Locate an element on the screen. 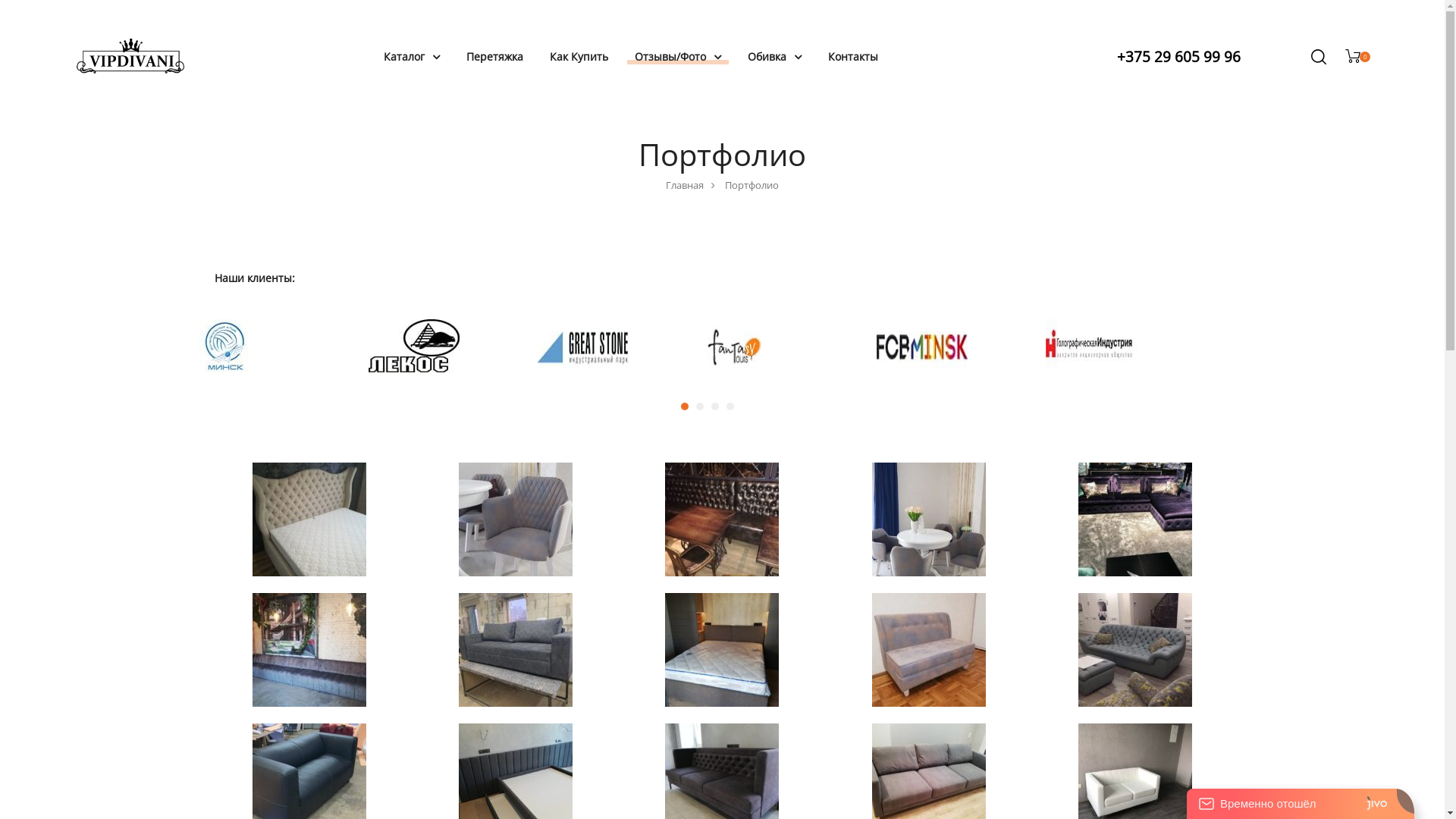 This screenshot has width=1456, height=819. '0' is located at coordinates (1357, 56).